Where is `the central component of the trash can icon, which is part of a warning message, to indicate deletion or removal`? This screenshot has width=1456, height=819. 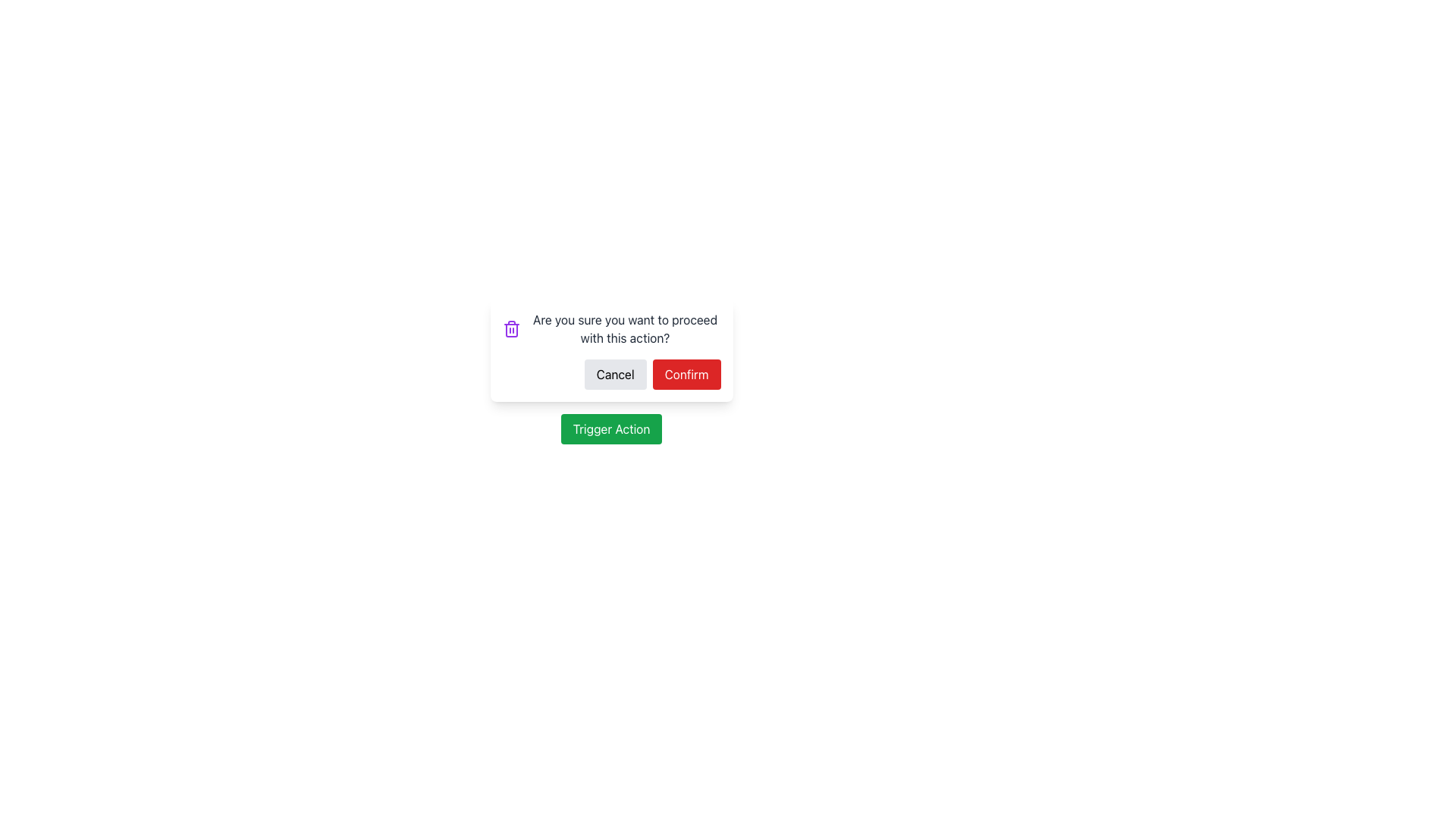 the central component of the trash can icon, which is part of a warning message, to indicate deletion or removal is located at coordinates (511, 329).